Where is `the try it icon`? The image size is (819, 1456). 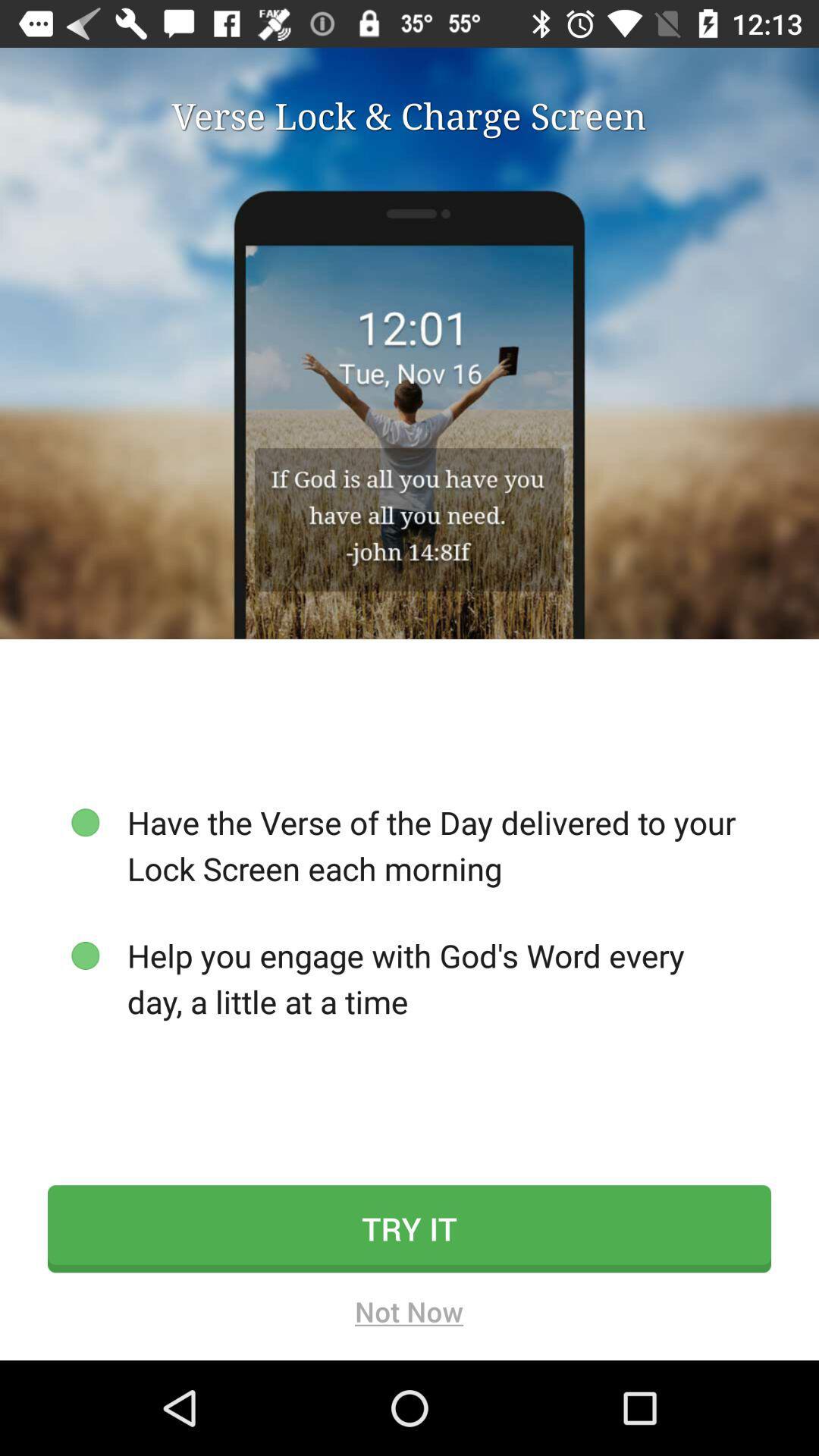
the try it icon is located at coordinates (409, 1228).